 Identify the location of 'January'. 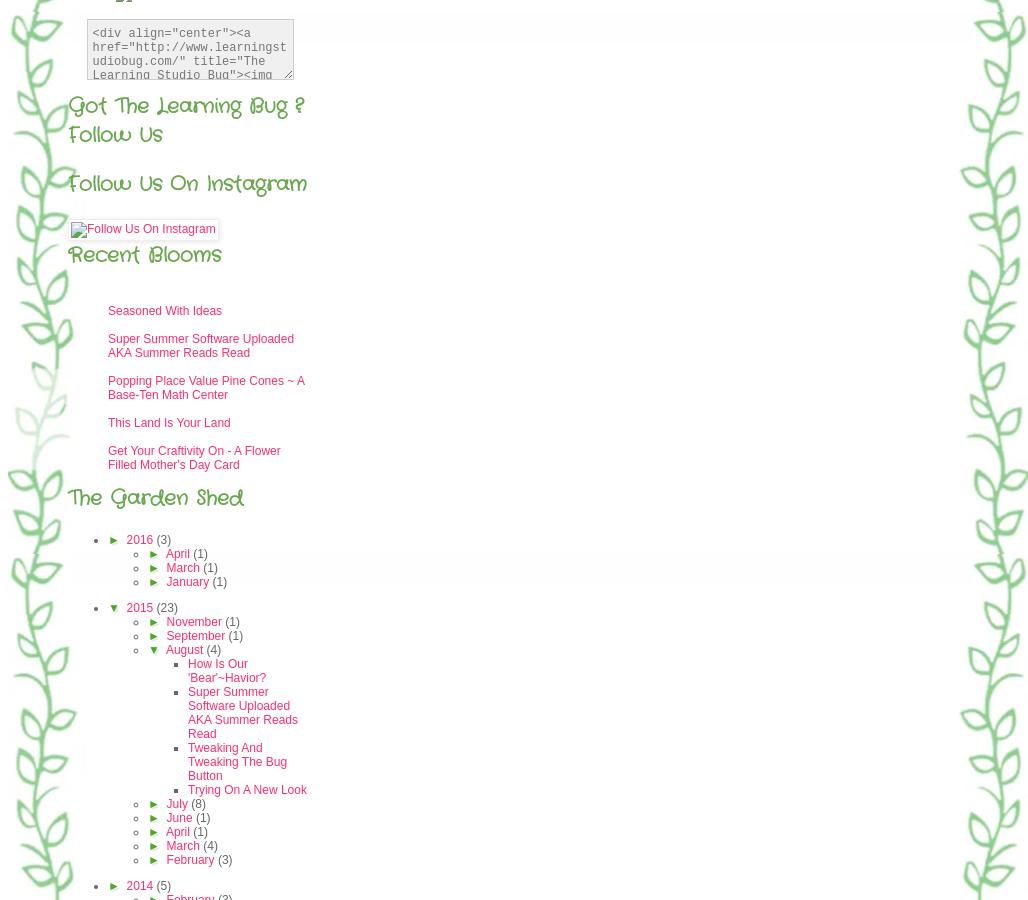
(166, 581).